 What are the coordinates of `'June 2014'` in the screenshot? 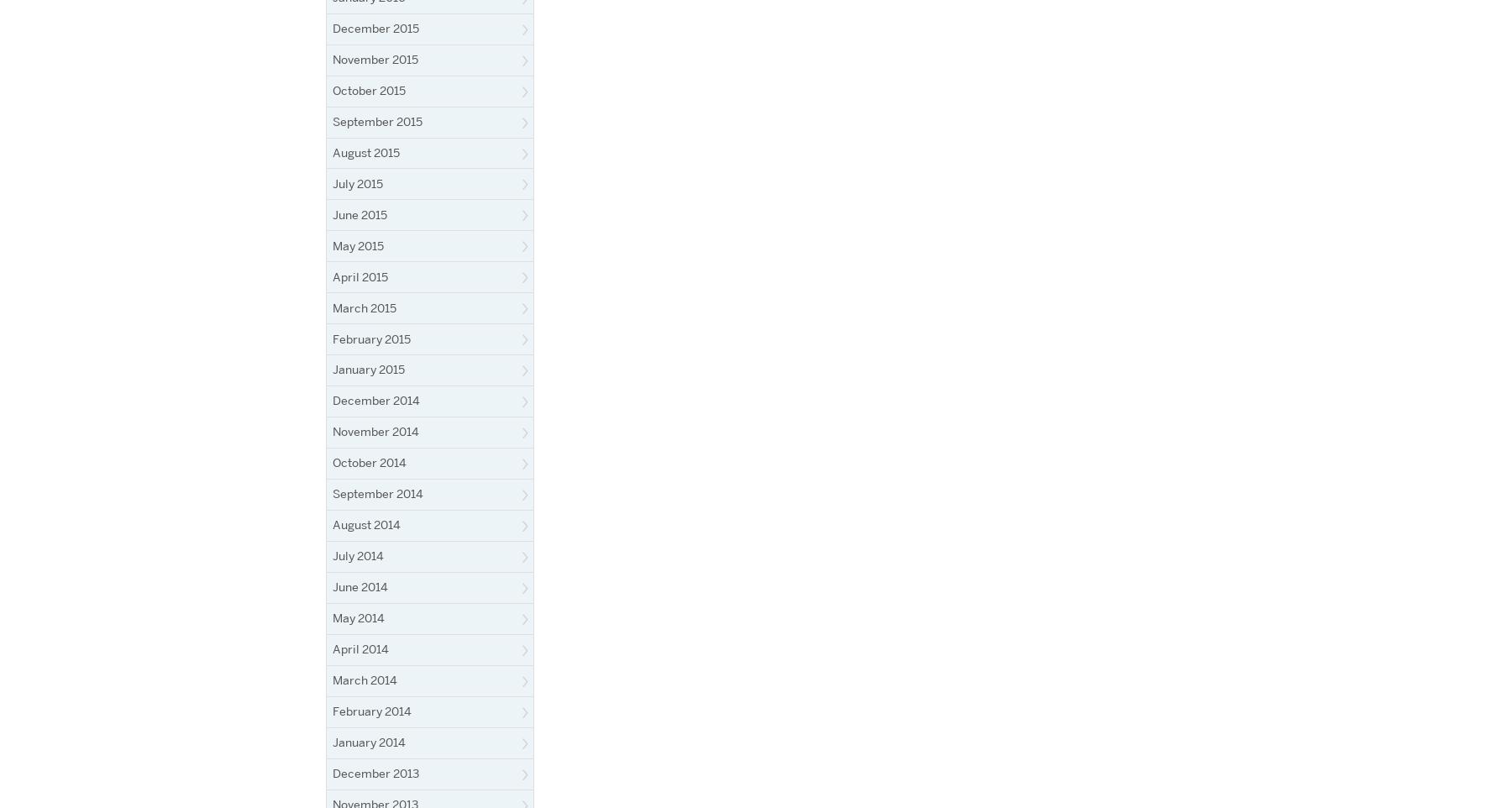 It's located at (333, 585).